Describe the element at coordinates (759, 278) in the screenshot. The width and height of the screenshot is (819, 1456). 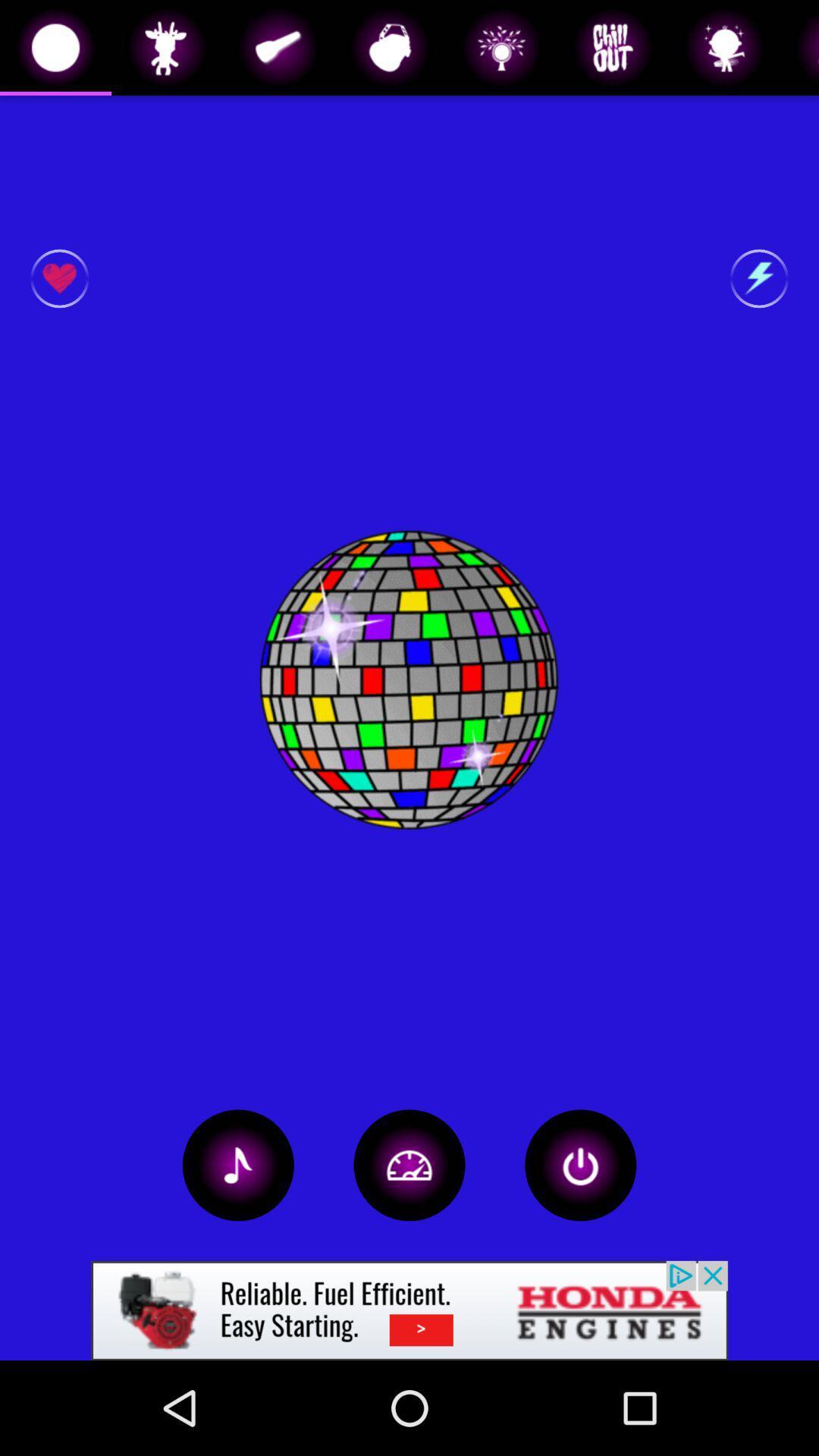
I see `the flash icon` at that location.